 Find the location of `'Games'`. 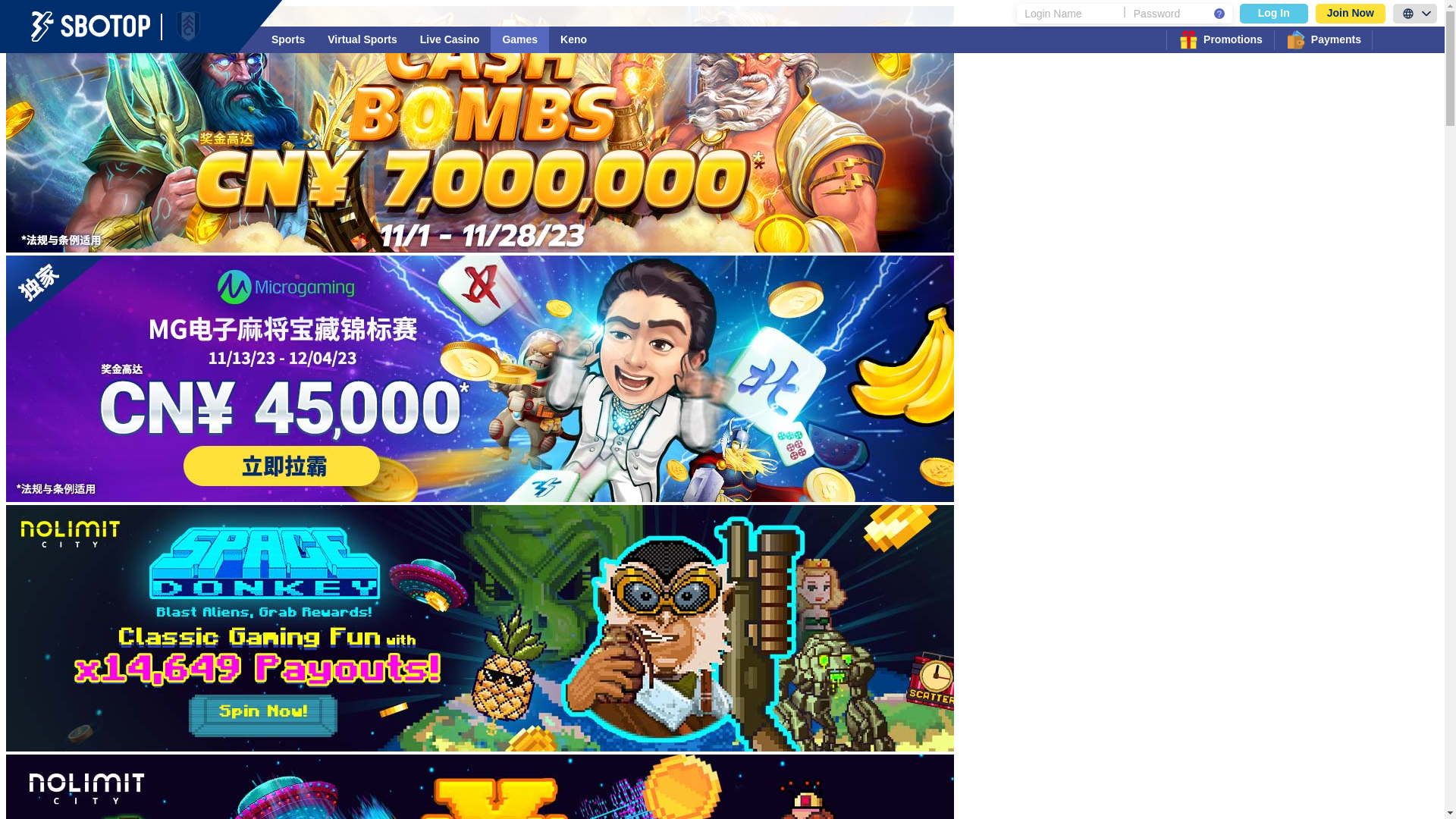

'Games' is located at coordinates (519, 39).